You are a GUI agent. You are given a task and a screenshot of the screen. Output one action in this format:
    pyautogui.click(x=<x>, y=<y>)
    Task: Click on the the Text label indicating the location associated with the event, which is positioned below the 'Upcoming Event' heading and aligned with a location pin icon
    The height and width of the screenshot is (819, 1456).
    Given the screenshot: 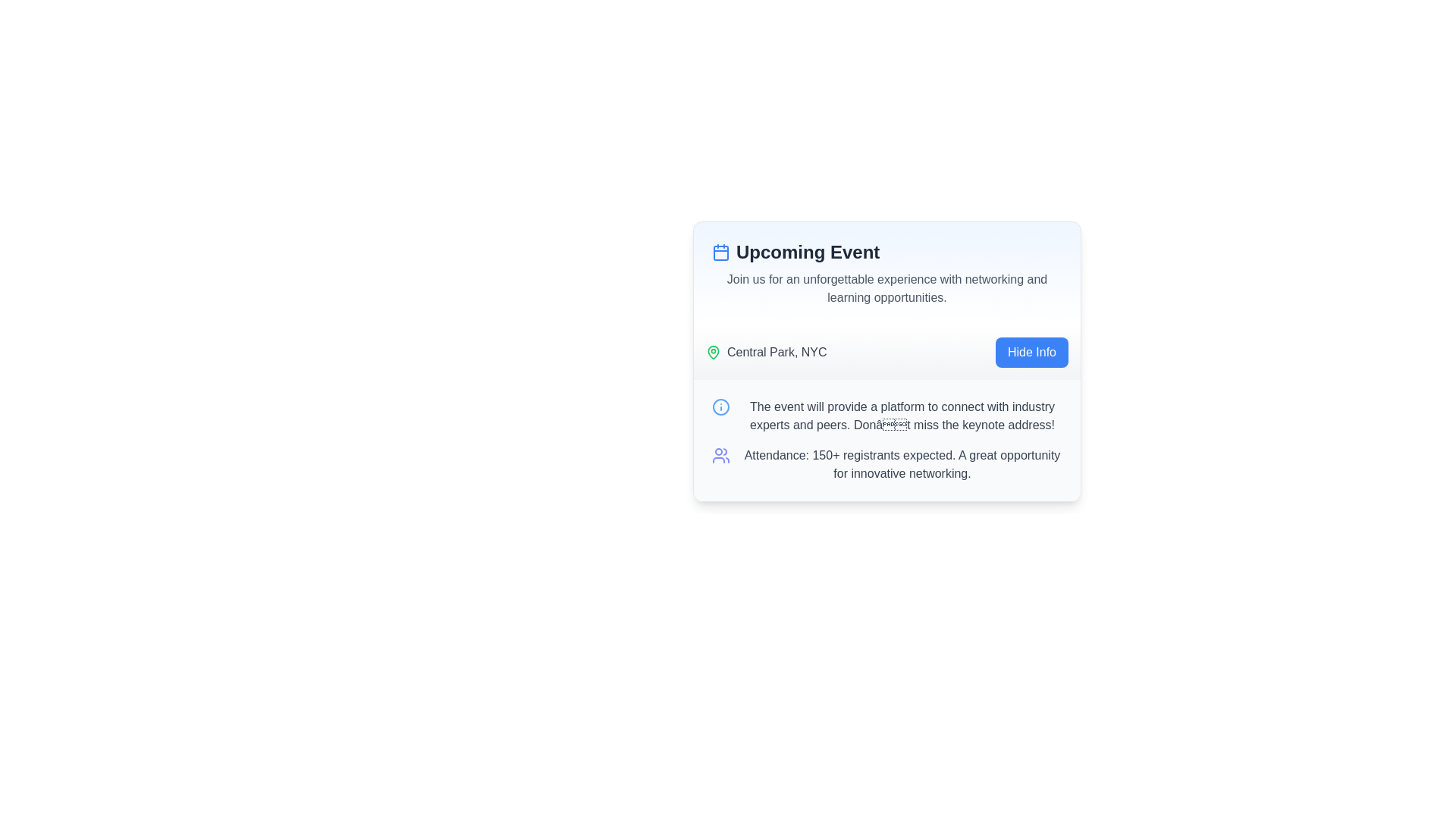 What is the action you would take?
    pyautogui.click(x=777, y=353)
    